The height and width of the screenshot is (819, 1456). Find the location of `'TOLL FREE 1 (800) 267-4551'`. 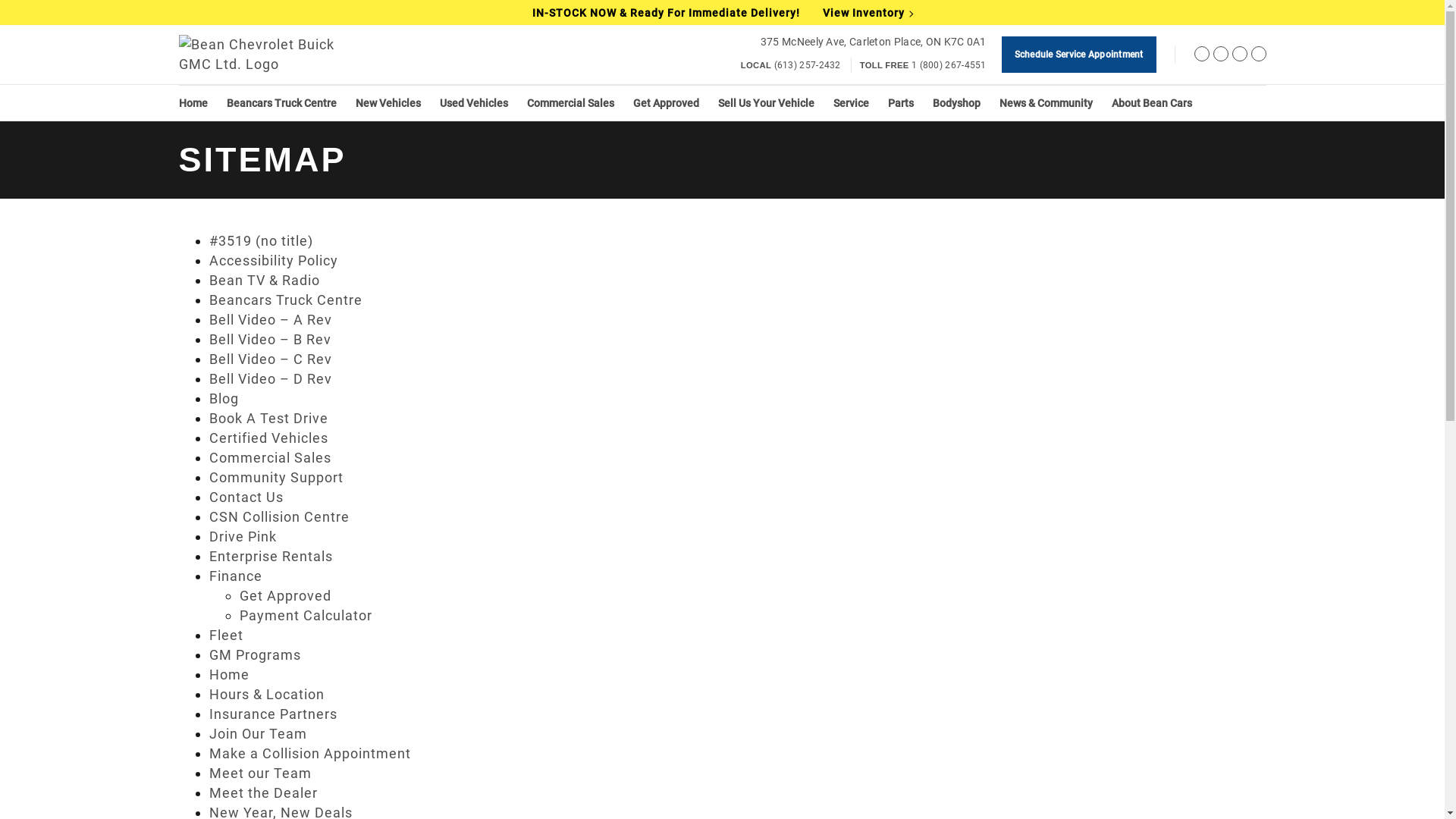

'TOLL FREE 1 (800) 267-4551' is located at coordinates (922, 64).